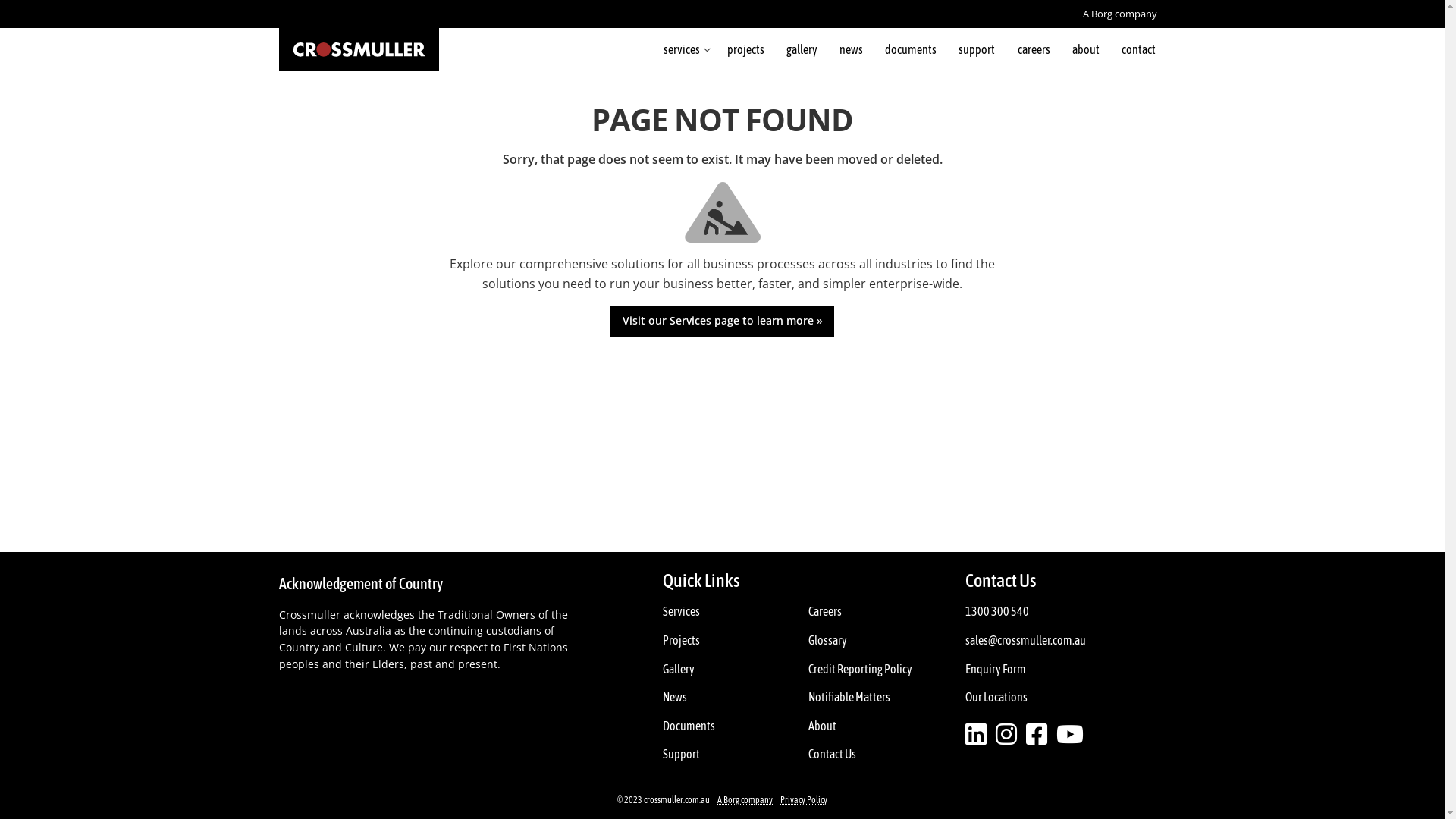 This screenshot has height=819, width=1456. Describe the element at coordinates (745, 799) in the screenshot. I see `'A Borg company'` at that location.